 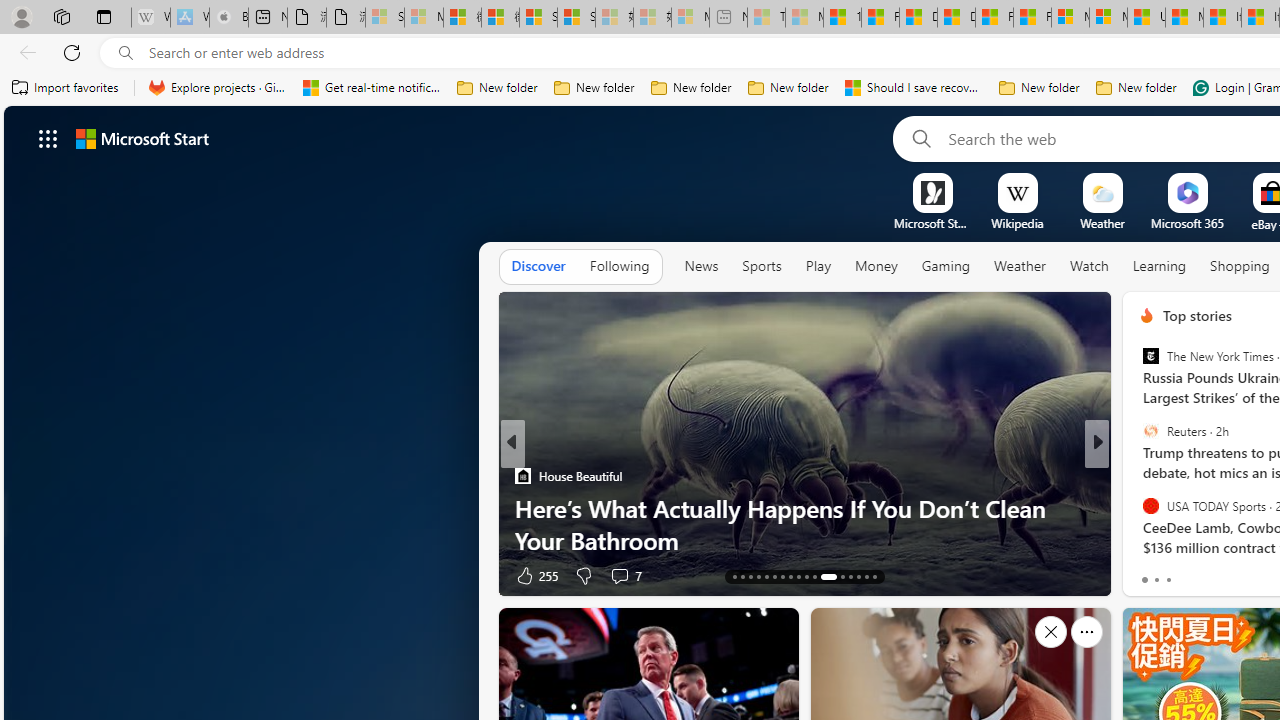 What do you see at coordinates (858, 577) in the screenshot?
I see `'AutomationID: tab-31'` at bounding box center [858, 577].